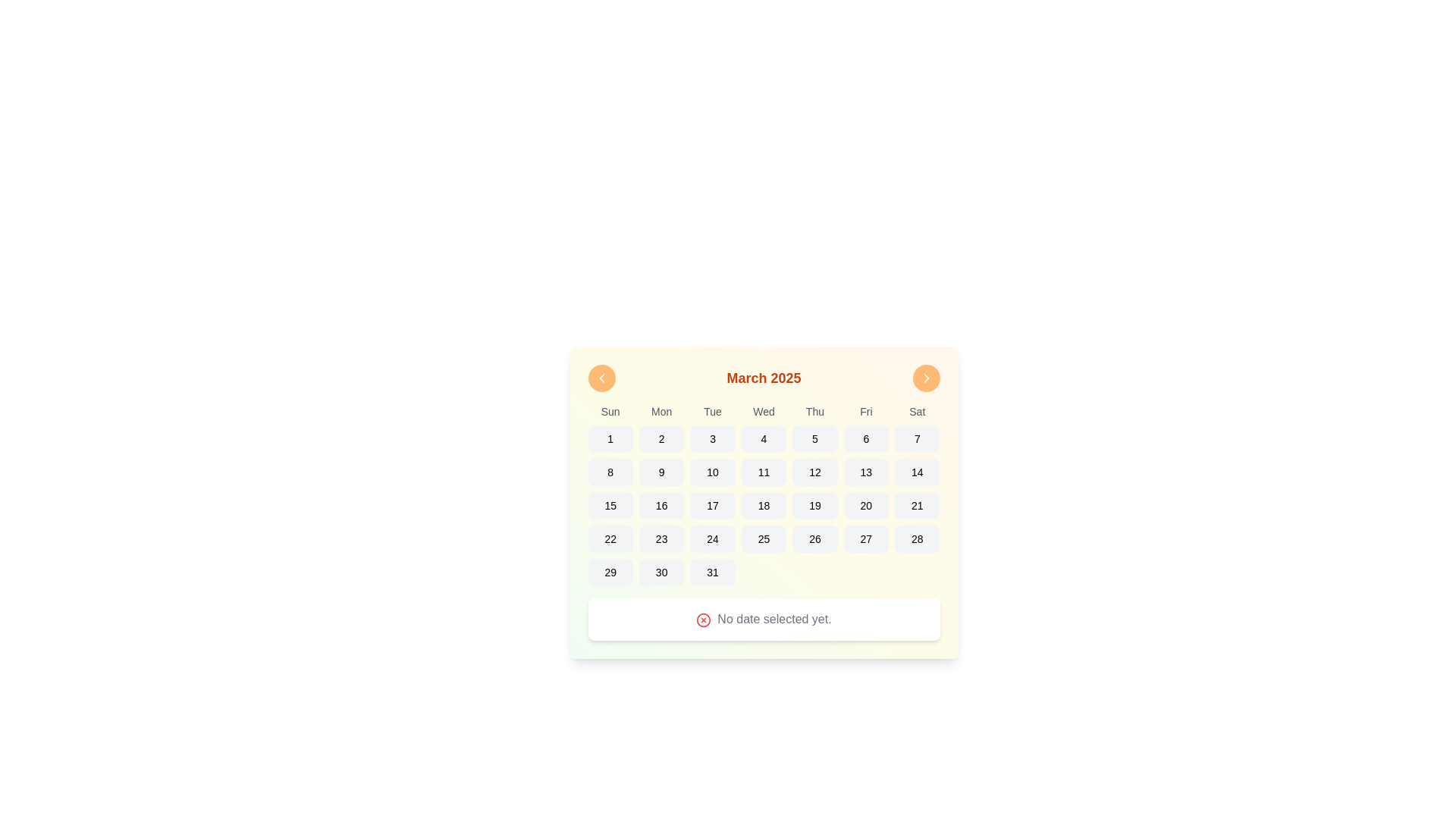 Image resolution: width=1456 pixels, height=819 pixels. Describe the element at coordinates (764, 503) in the screenshot. I see `the specific date within the interactive calendar component for March 2025, which is centered around the text 'March 2025'` at that location.